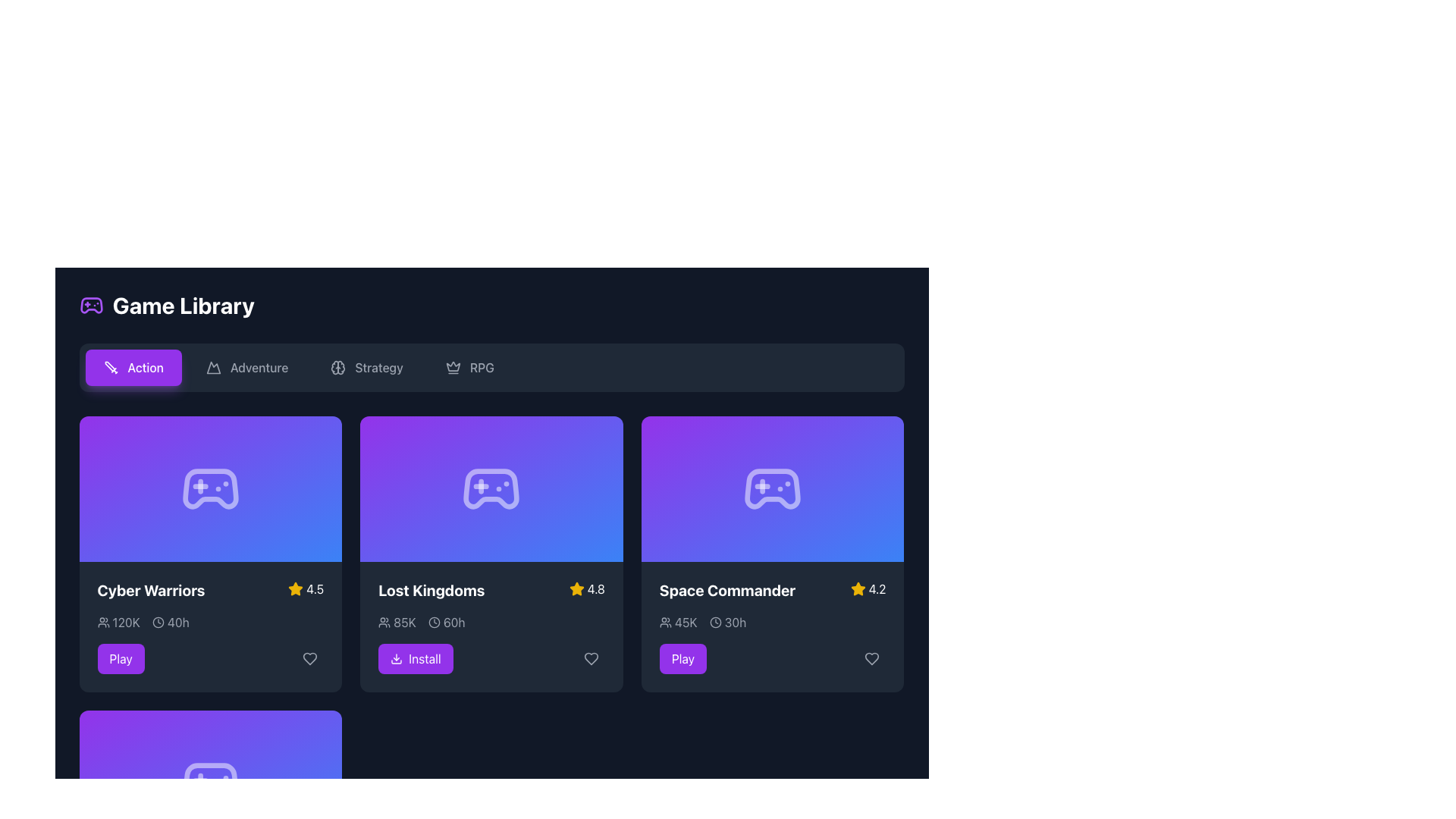 The width and height of the screenshot is (1456, 819). What do you see at coordinates (868, 588) in the screenshot?
I see `the Rating component representing the numeric value of the 'Space Commander' item, located in the top-right corner of its section, adjacent to the title` at bounding box center [868, 588].